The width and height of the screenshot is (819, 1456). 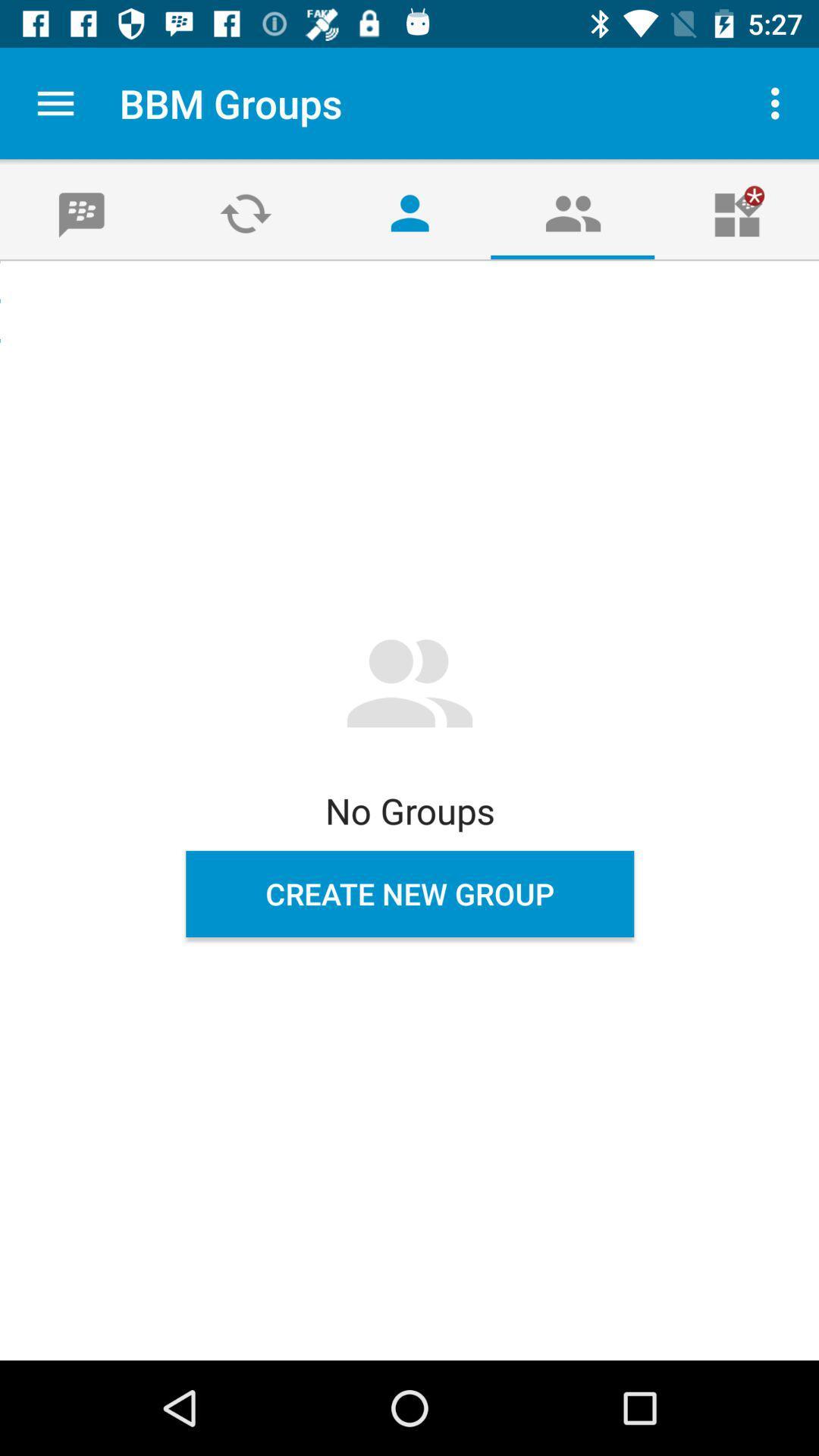 I want to click on group icon, so click(x=573, y=212).